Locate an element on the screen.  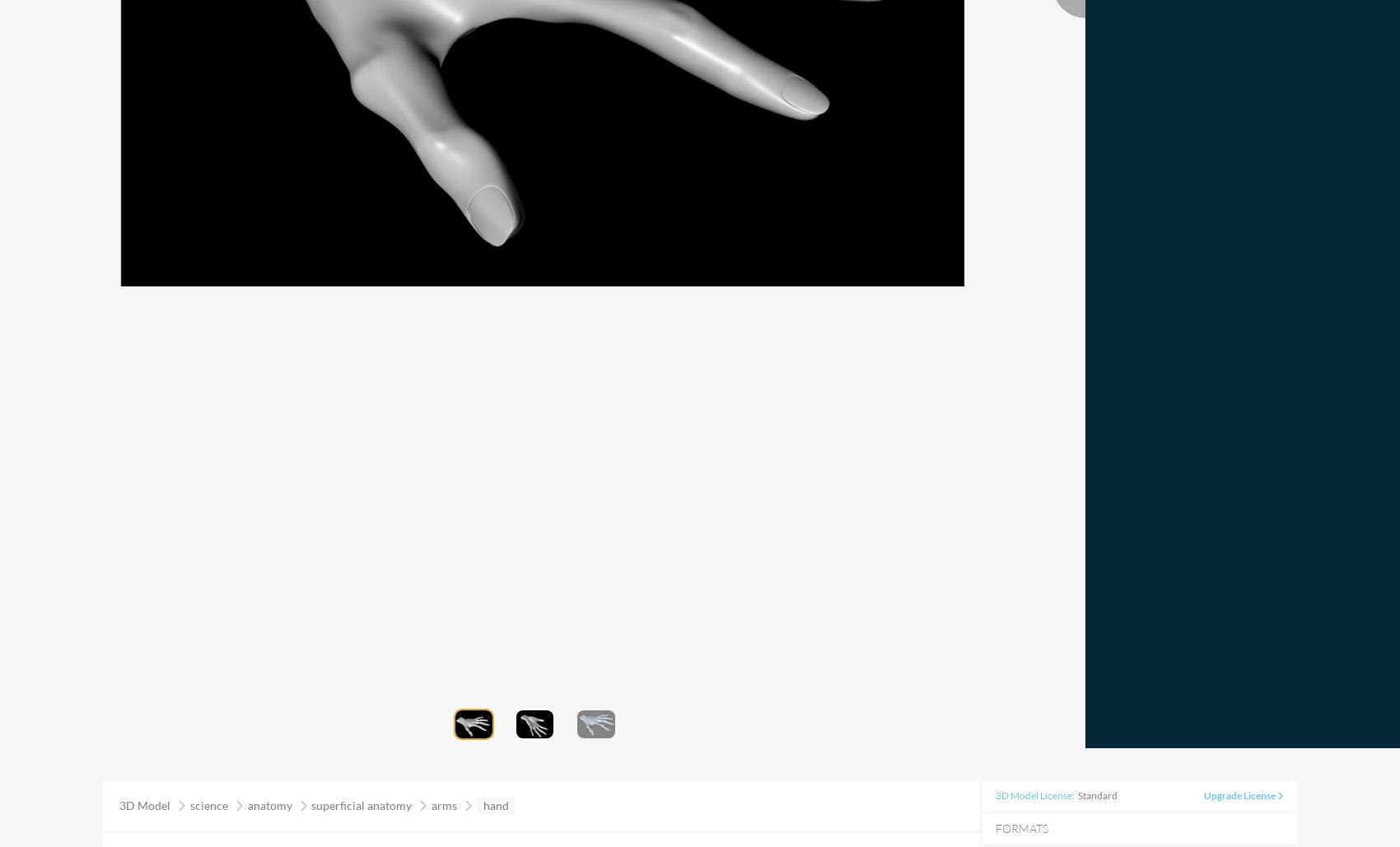
'3D Model' is located at coordinates (145, 804).